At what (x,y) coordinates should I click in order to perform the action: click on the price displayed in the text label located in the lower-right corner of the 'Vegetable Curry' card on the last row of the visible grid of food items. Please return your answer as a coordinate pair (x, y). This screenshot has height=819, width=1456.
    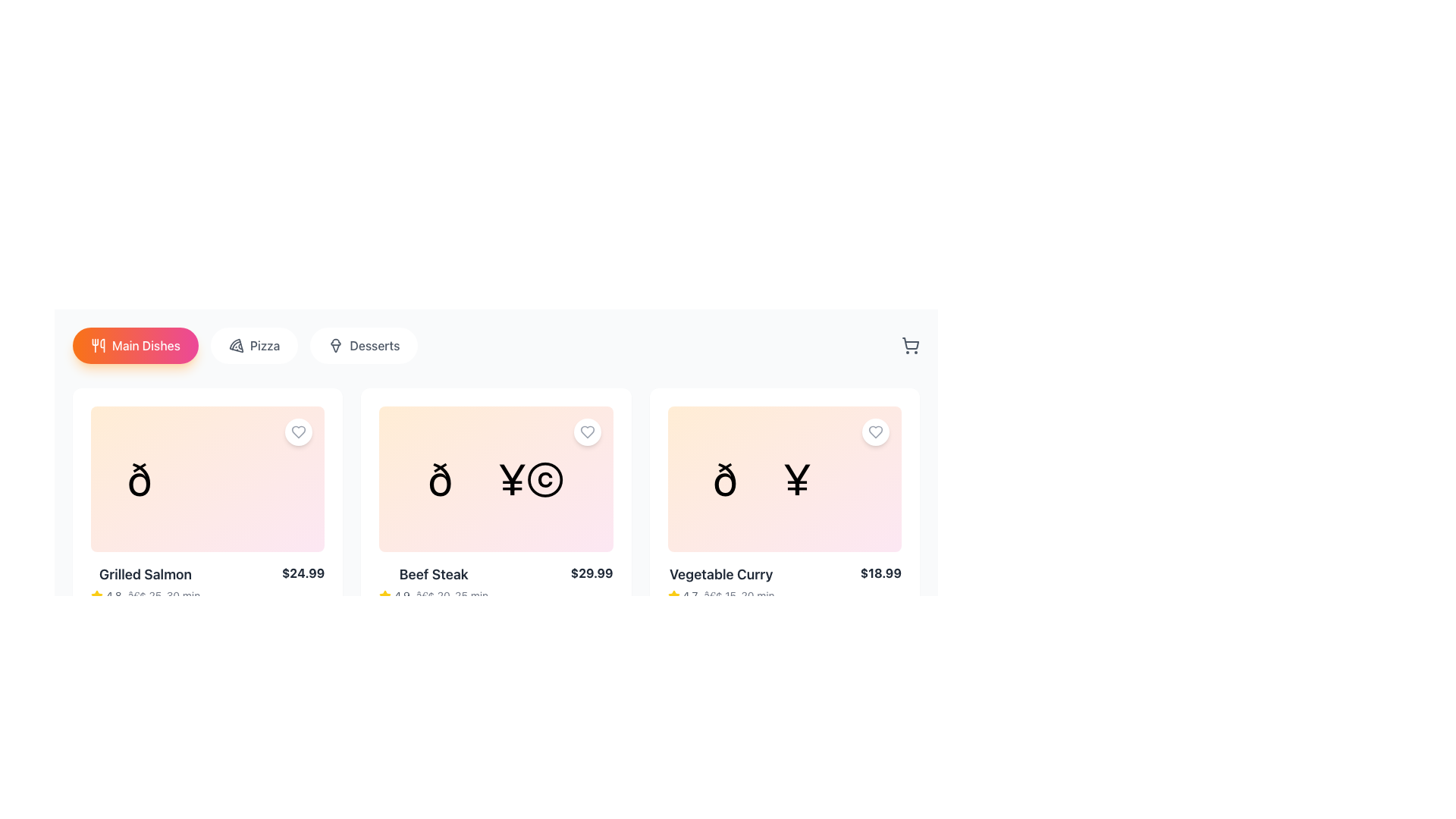
    Looking at the image, I should click on (880, 573).